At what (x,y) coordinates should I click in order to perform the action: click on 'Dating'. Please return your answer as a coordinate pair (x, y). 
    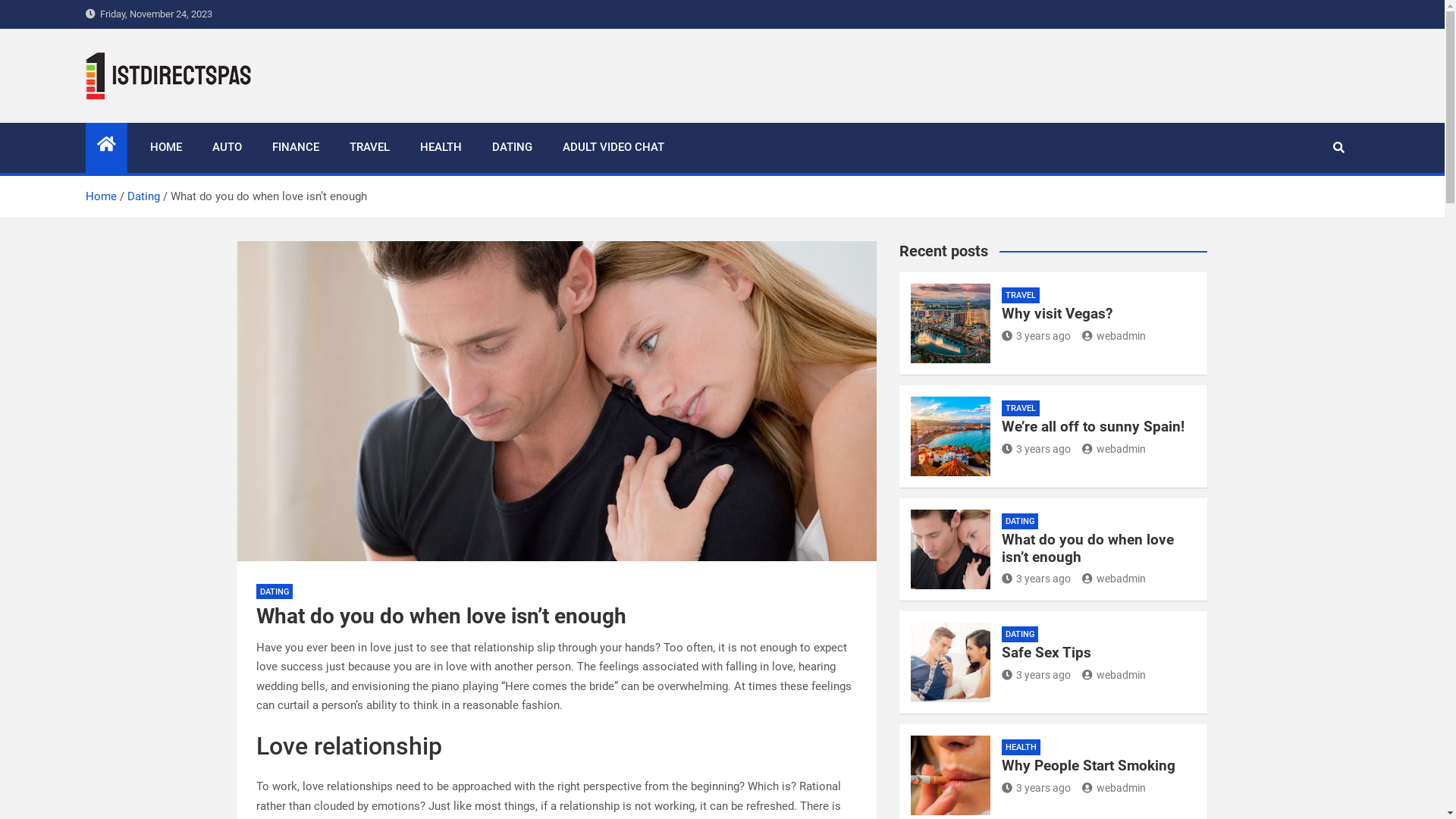
    Looking at the image, I should click on (143, 195).